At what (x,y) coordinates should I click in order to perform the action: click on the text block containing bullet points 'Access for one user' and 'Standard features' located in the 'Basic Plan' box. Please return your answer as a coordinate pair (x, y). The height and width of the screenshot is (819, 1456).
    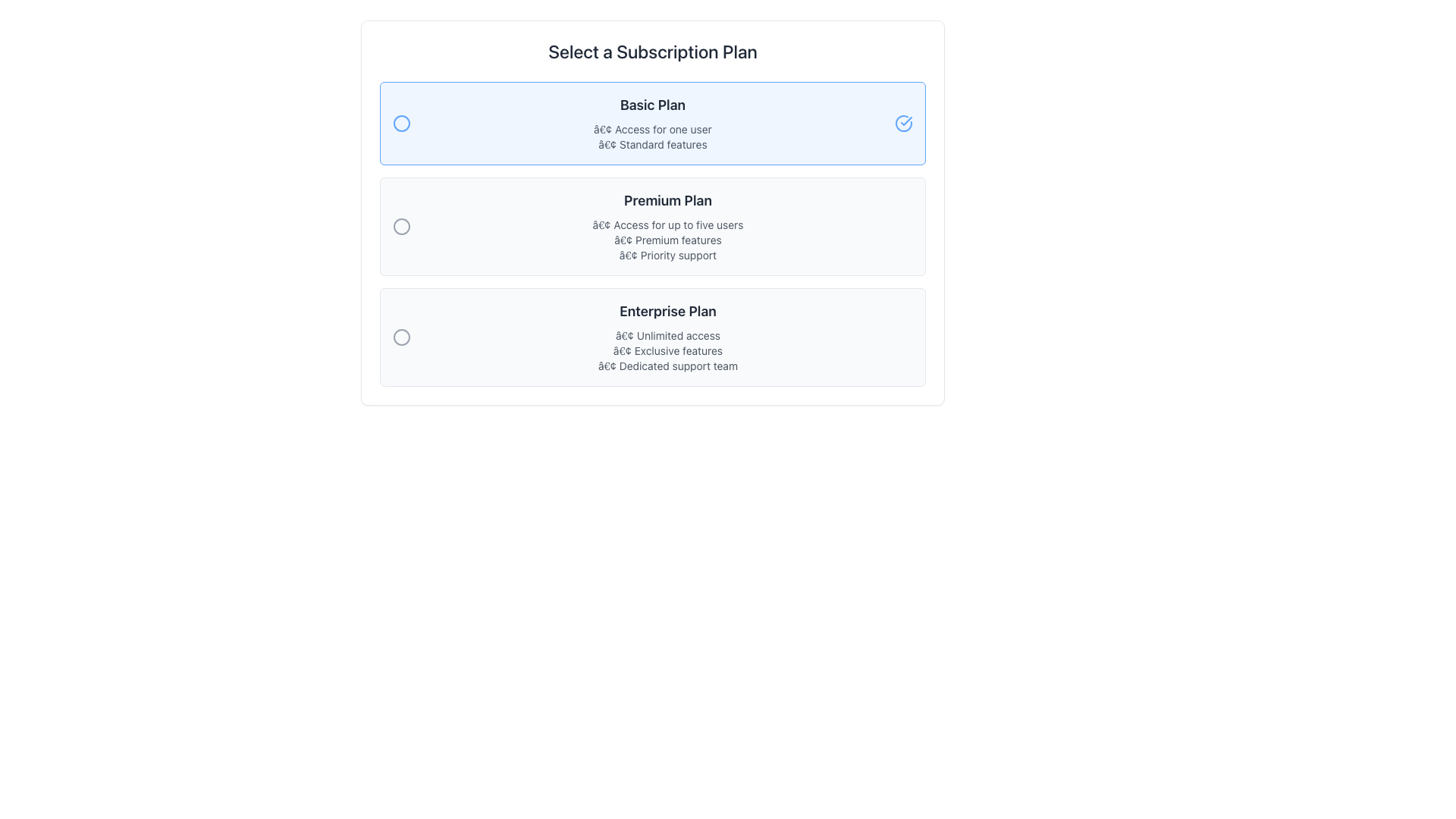
    Looking at the image, I should click on (652, 137).